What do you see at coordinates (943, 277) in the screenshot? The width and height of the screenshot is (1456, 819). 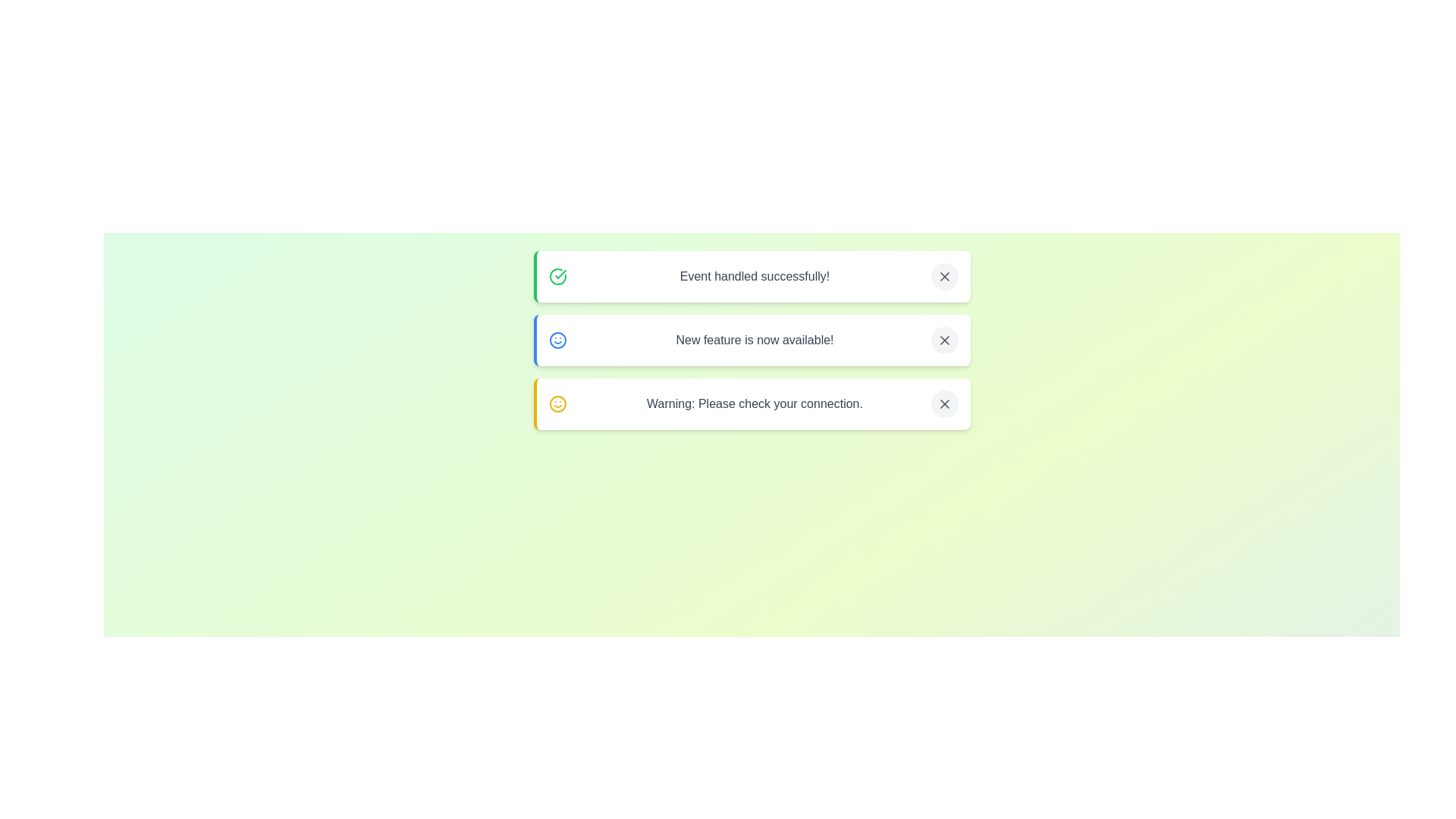 I see `the Close button icon located at the top-right corner of the notification card that displays the message 'Event handled successfully!'` at bounding box center [943, 277].